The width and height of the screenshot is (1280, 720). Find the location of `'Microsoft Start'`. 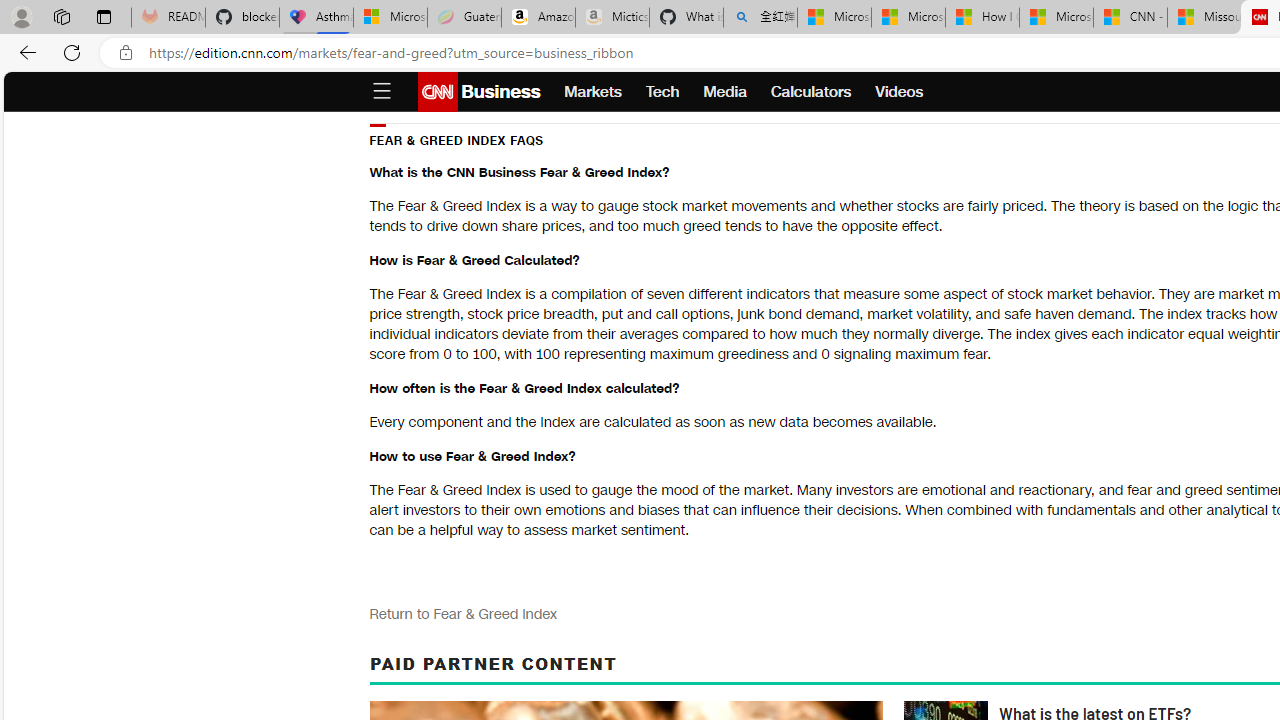

'Microsoft Start' is located at coordinates (1055, 17).